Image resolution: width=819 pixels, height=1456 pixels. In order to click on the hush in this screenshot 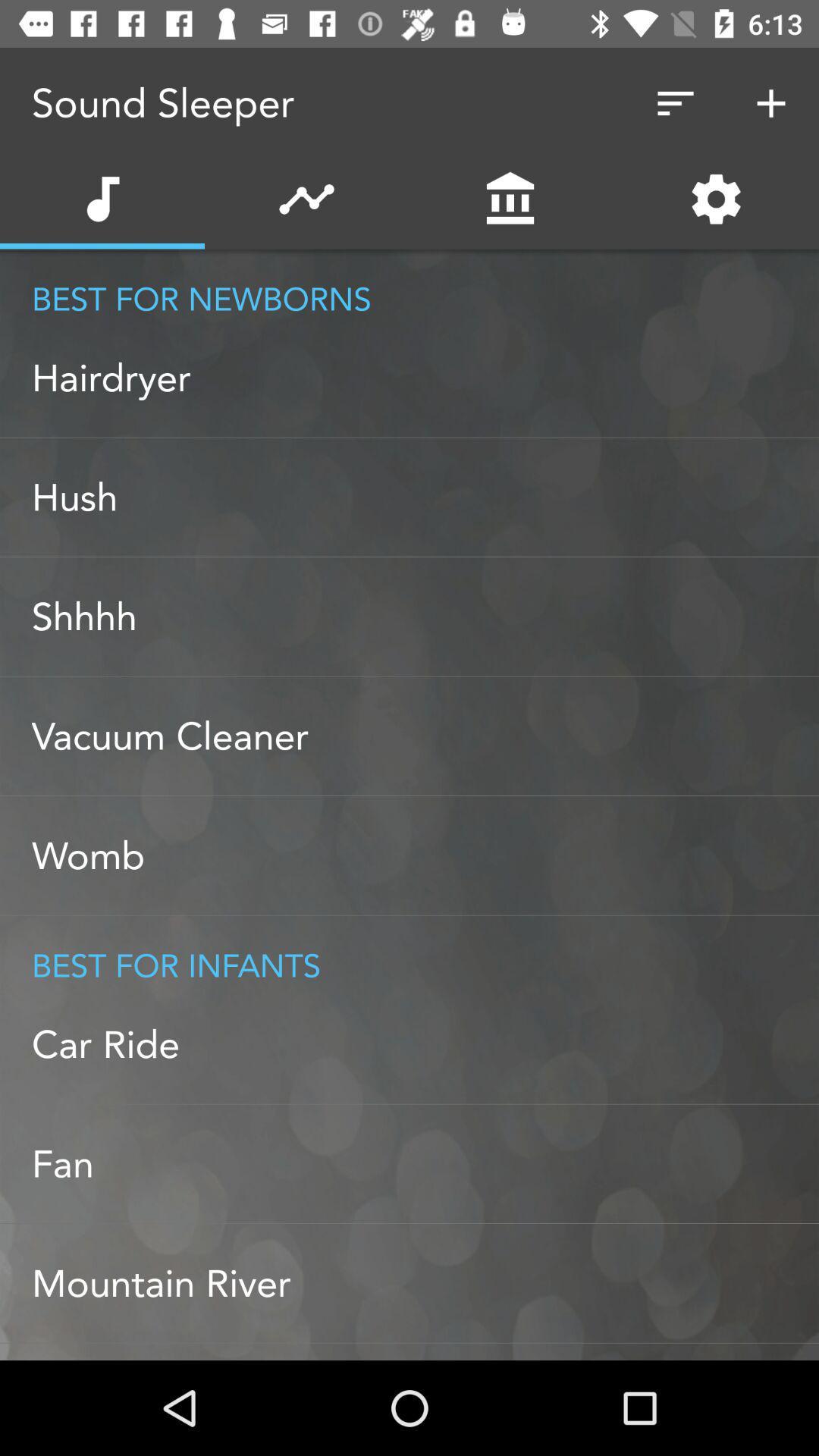, I will do `click(425, 497)`.